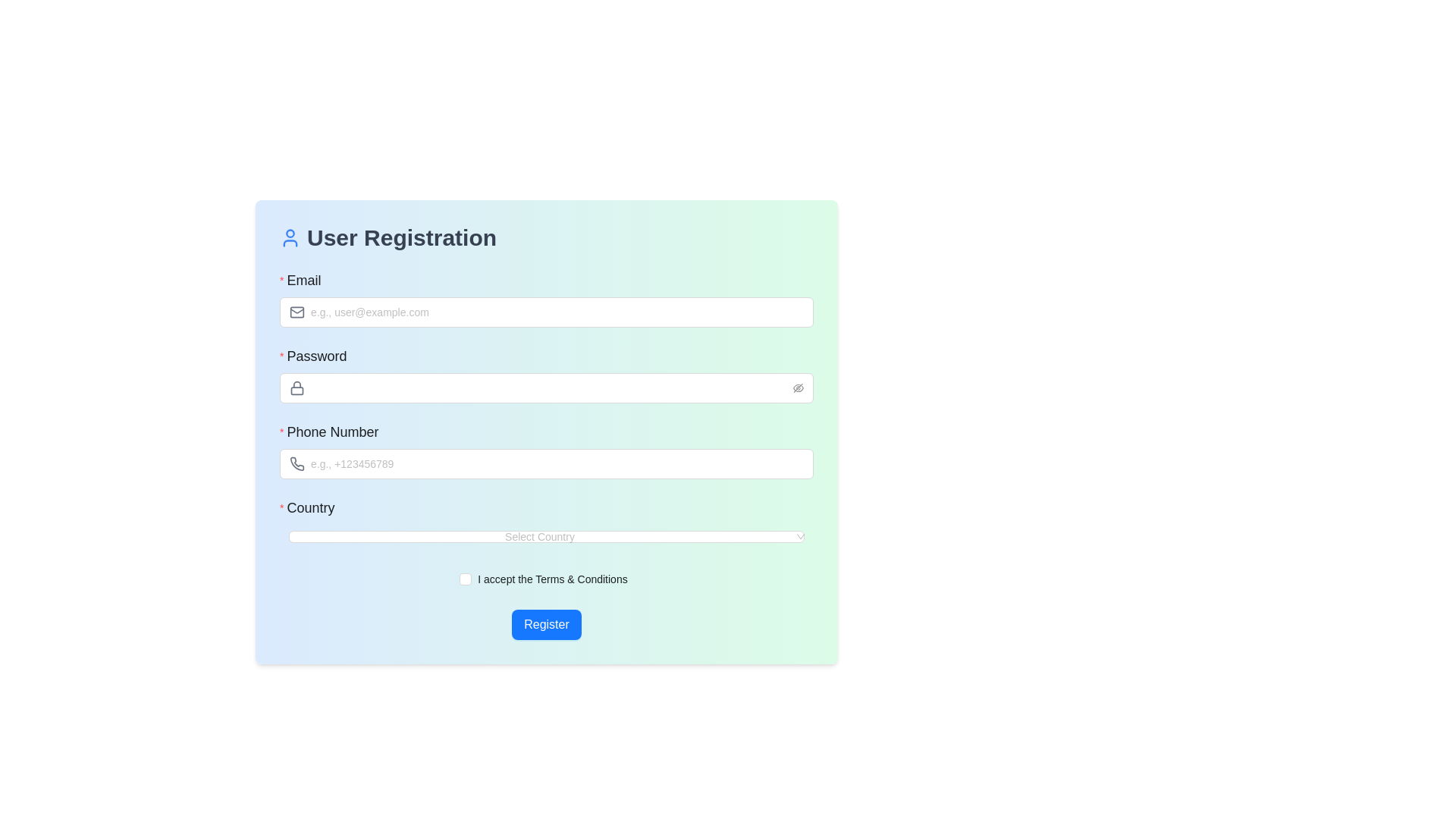 The height and width of the screenshot is (819, 1456). Describe the element at coordinates (552, 579) in the screenshot. I see `the 'Terms & Conditions' hyperlink in the bottom section of the registration form, which is aligned with a checkbox to its left and above the 'Register' button` at that location.